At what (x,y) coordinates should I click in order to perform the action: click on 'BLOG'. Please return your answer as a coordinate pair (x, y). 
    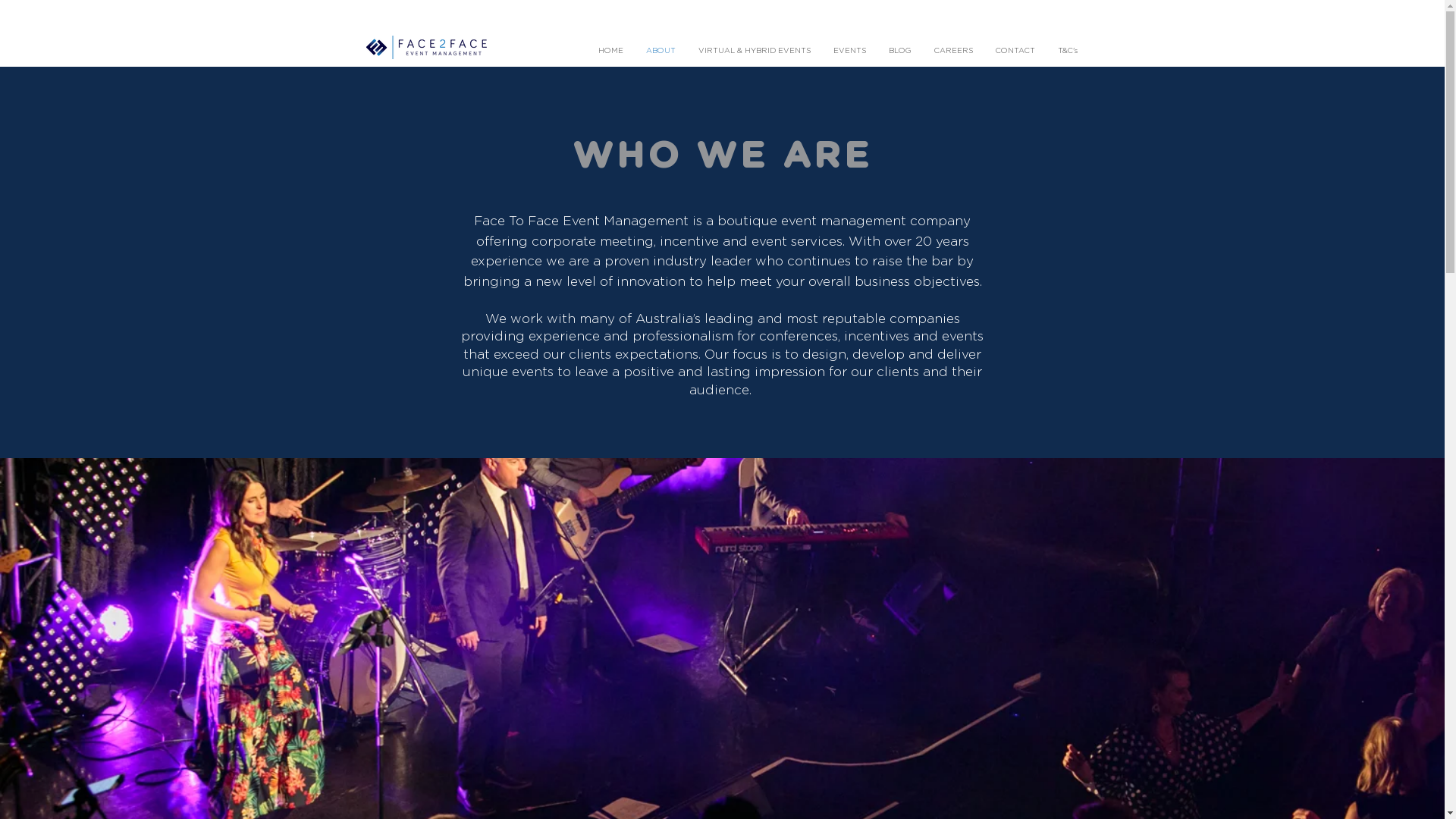
    Looking at the image, I should click on (877, 50).